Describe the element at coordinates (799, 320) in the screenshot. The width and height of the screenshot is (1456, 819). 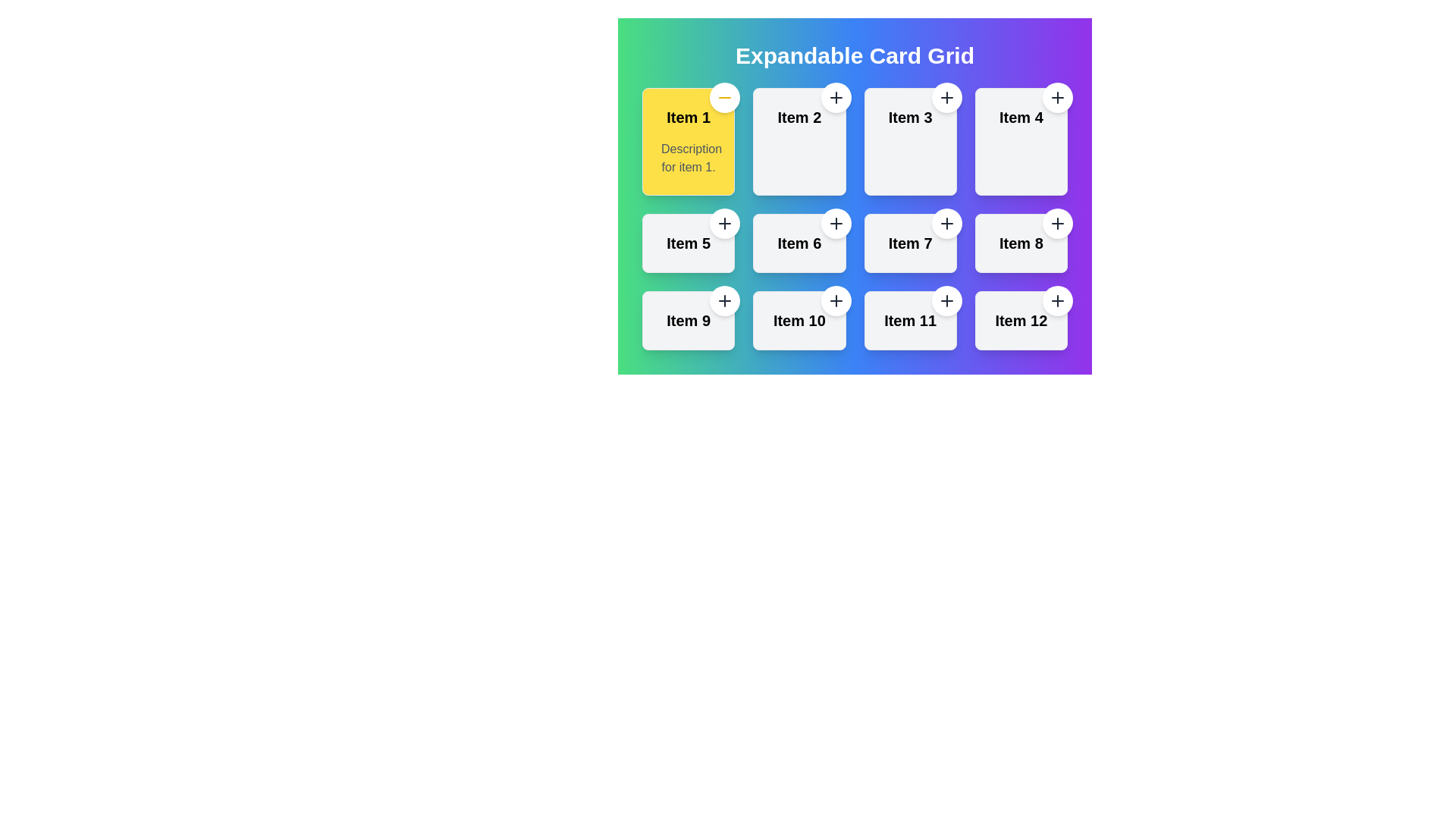
I see `the interactive card located in the last row and second column of the grid layout, which contains a Plus button for expanding details` at that location.